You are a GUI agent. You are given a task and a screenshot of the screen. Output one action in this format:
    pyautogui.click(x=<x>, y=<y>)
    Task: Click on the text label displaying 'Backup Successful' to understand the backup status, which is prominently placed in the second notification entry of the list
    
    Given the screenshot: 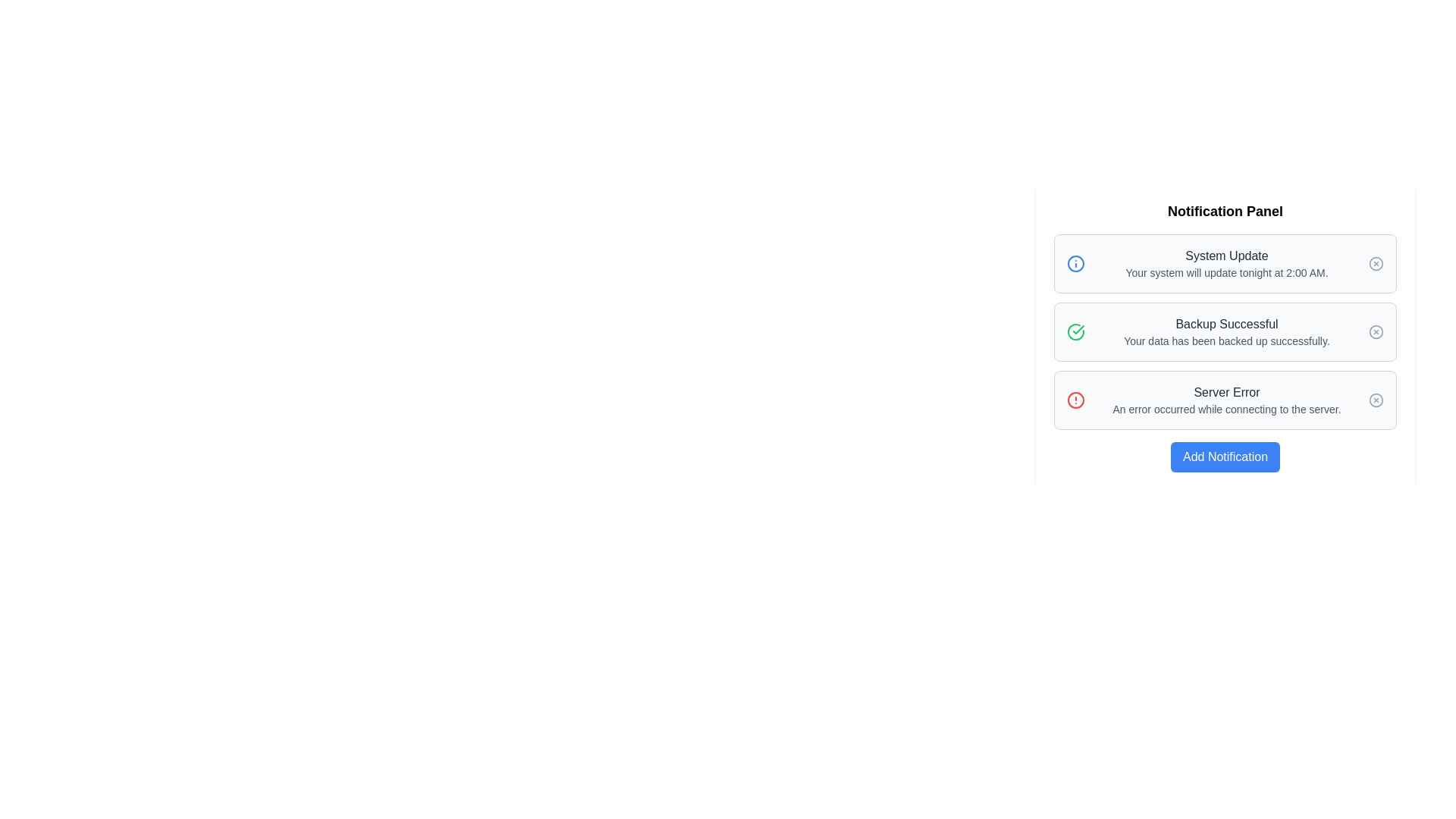 What is the action you would take?
    pyautogui.click(x=1226, y=324)
    